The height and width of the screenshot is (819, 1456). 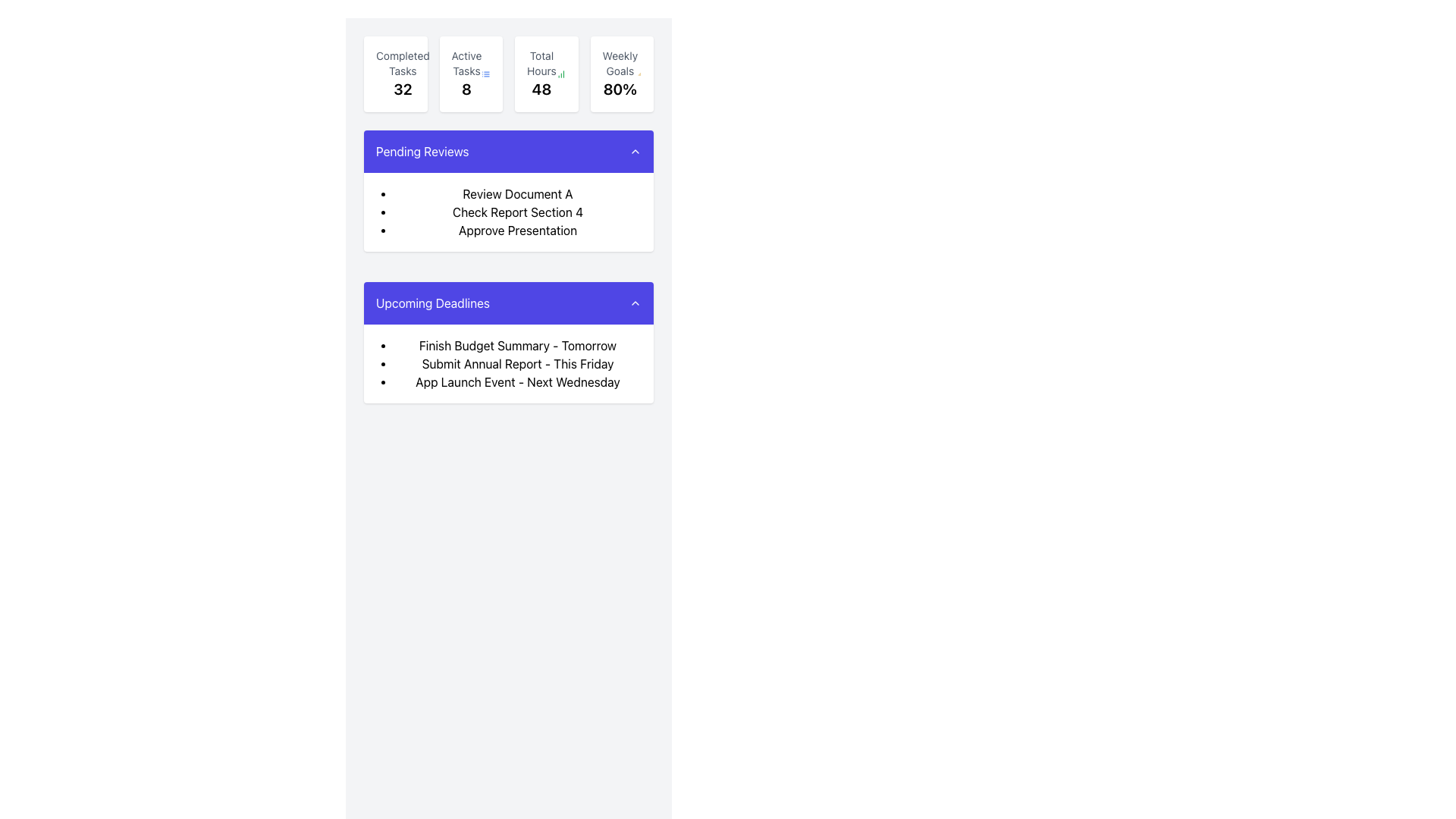 What do you see at coordinates (620, 89) in the screenshot?
I see `the text element displaying '80%' in bold font, located below 'Weekly Goals' and to the right within a statistics group` at bounding box center [620, 89].